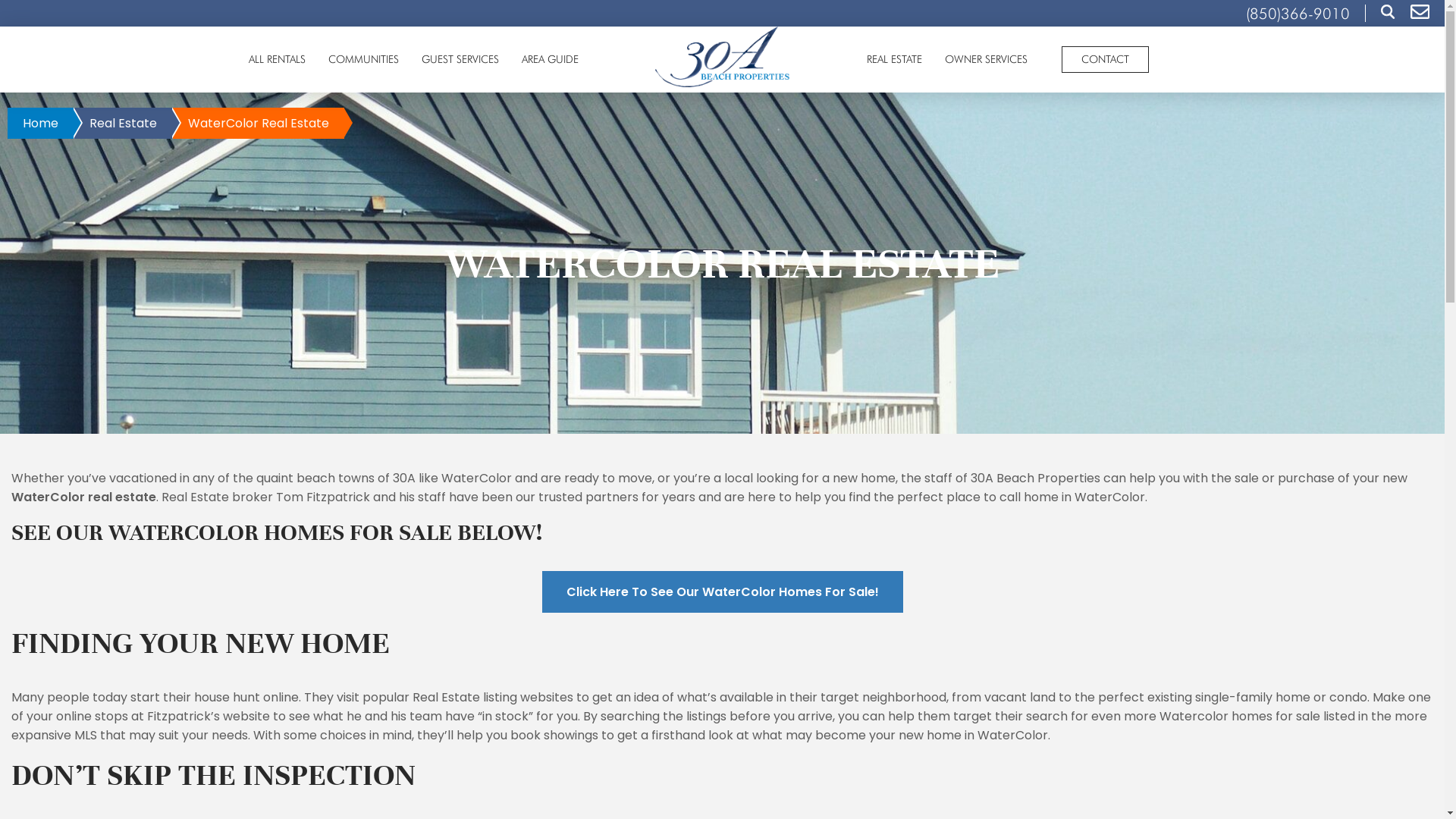 The image size is (1456, 819). What do you see at coordinates (40, 122) in the screenshot?
I see `'Home'` at bounding box center [40, 122].